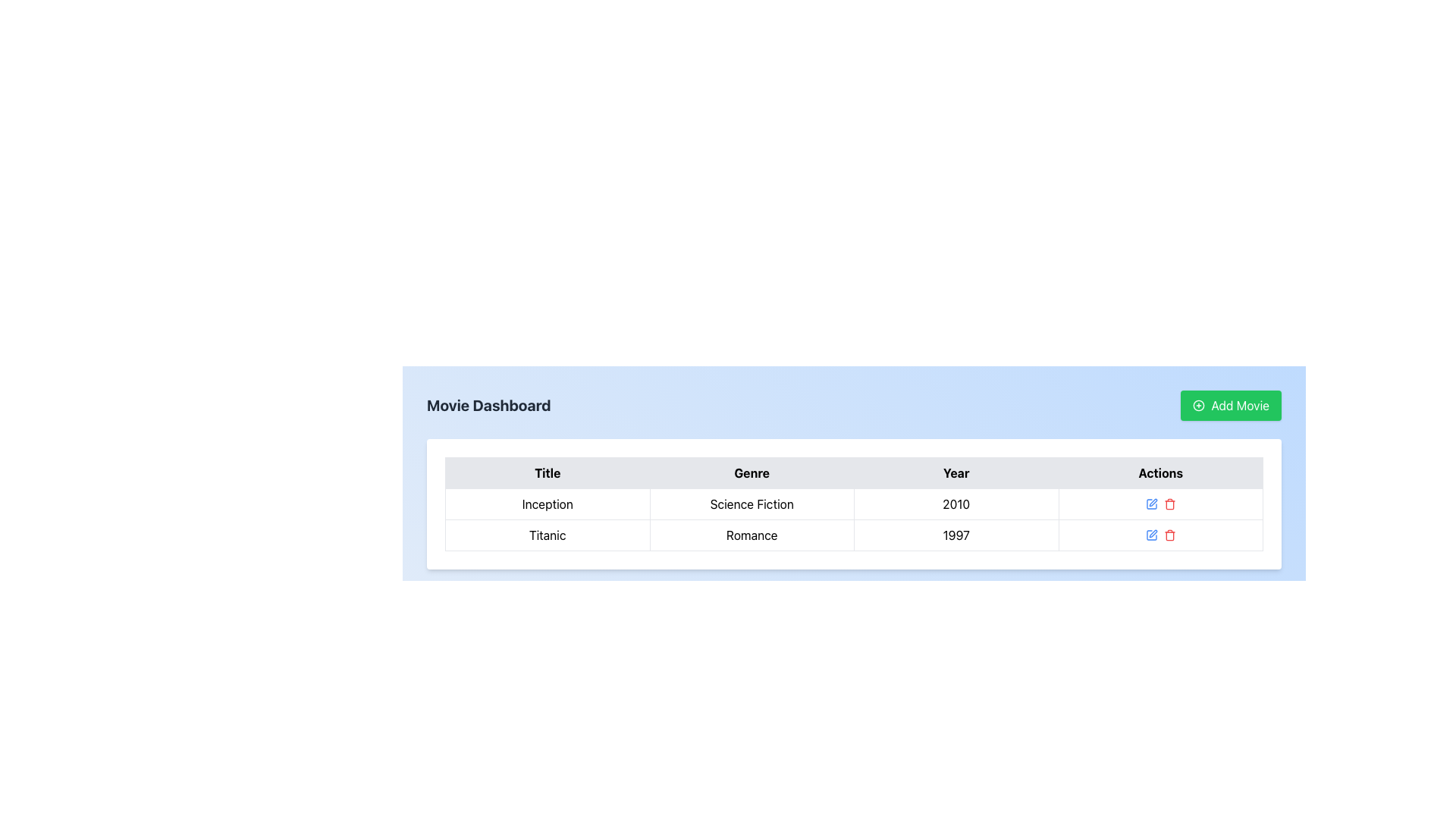  I want to click on the 'Add Movie' button located at the top-right corner of the movie dashboard, which contains a circle icon as part of its design, so click(1198, 405).